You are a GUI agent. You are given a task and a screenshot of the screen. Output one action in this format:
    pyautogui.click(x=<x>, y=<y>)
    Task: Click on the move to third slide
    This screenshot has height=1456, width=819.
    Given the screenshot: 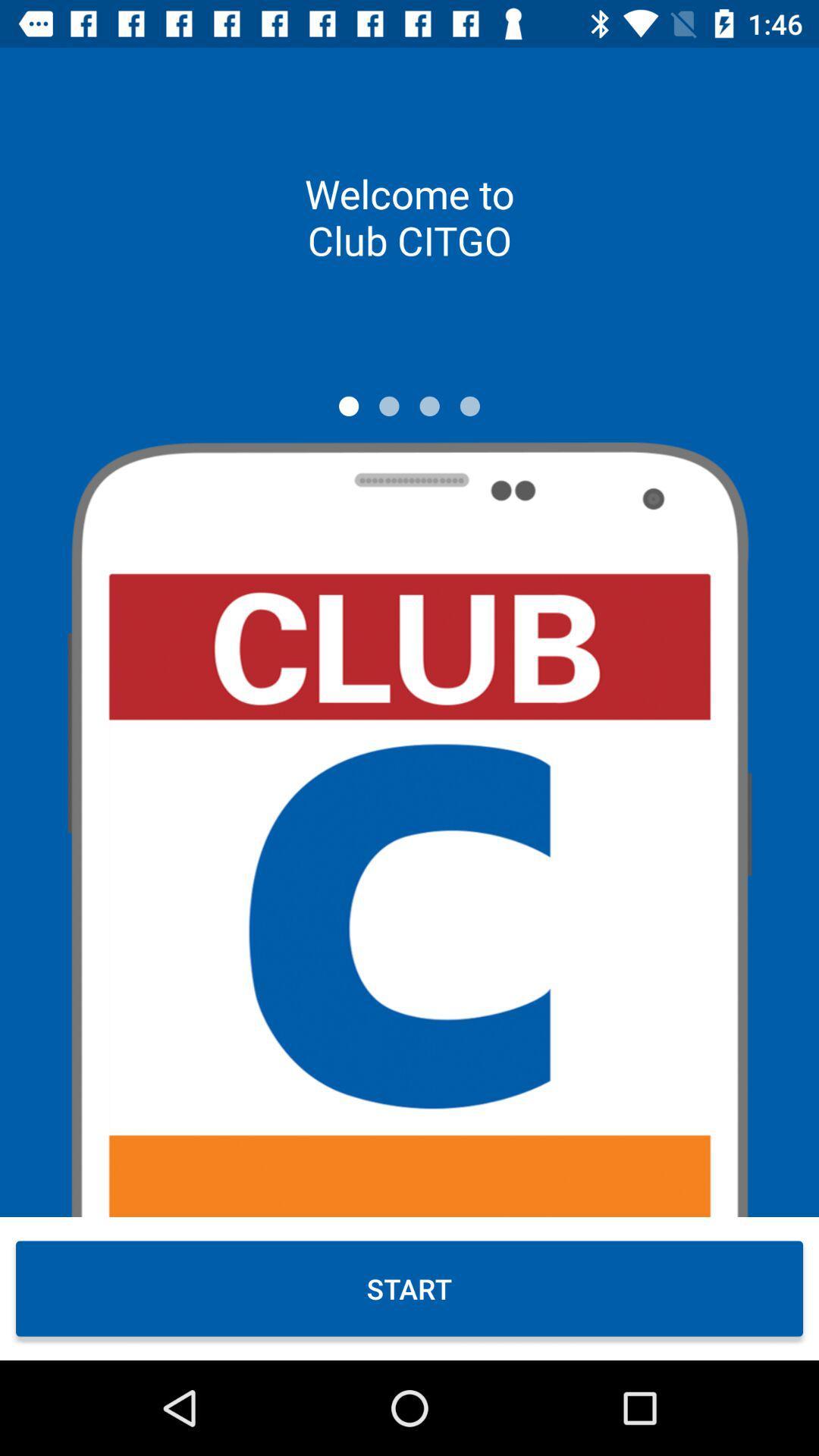 What is the action you would take?
    pyautogui.click(x=429, y=406)
    